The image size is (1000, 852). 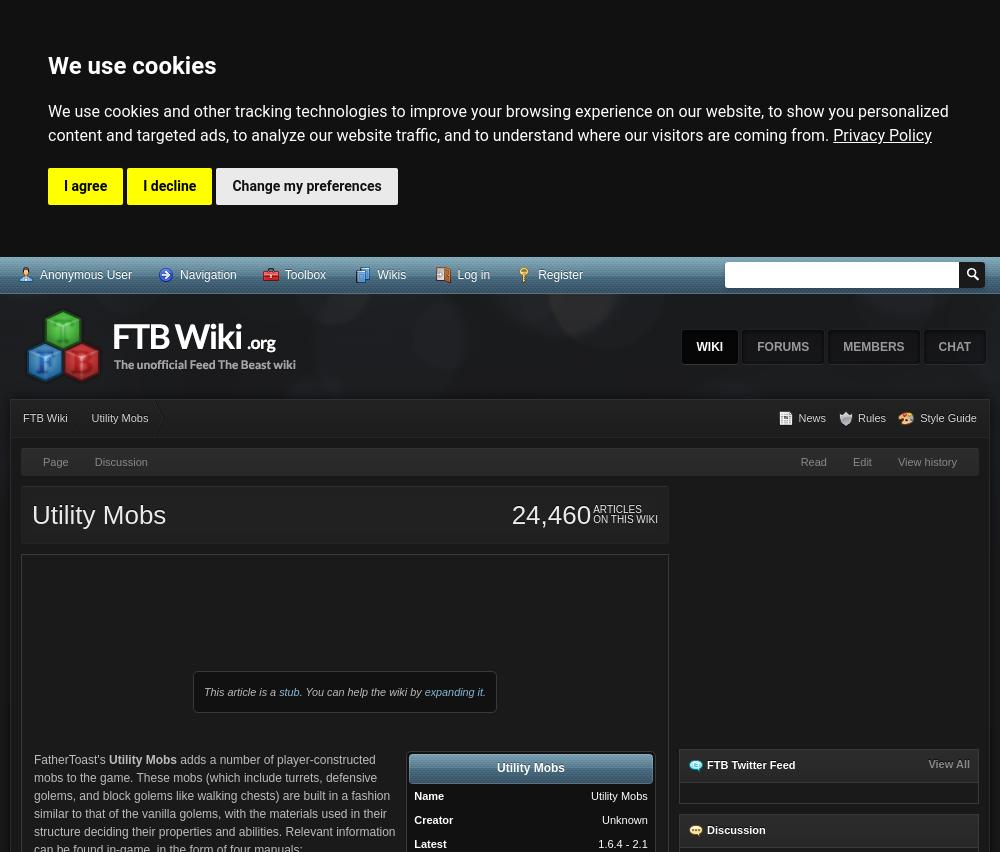 I want to click on 'View history', so click(x=927, y=462).